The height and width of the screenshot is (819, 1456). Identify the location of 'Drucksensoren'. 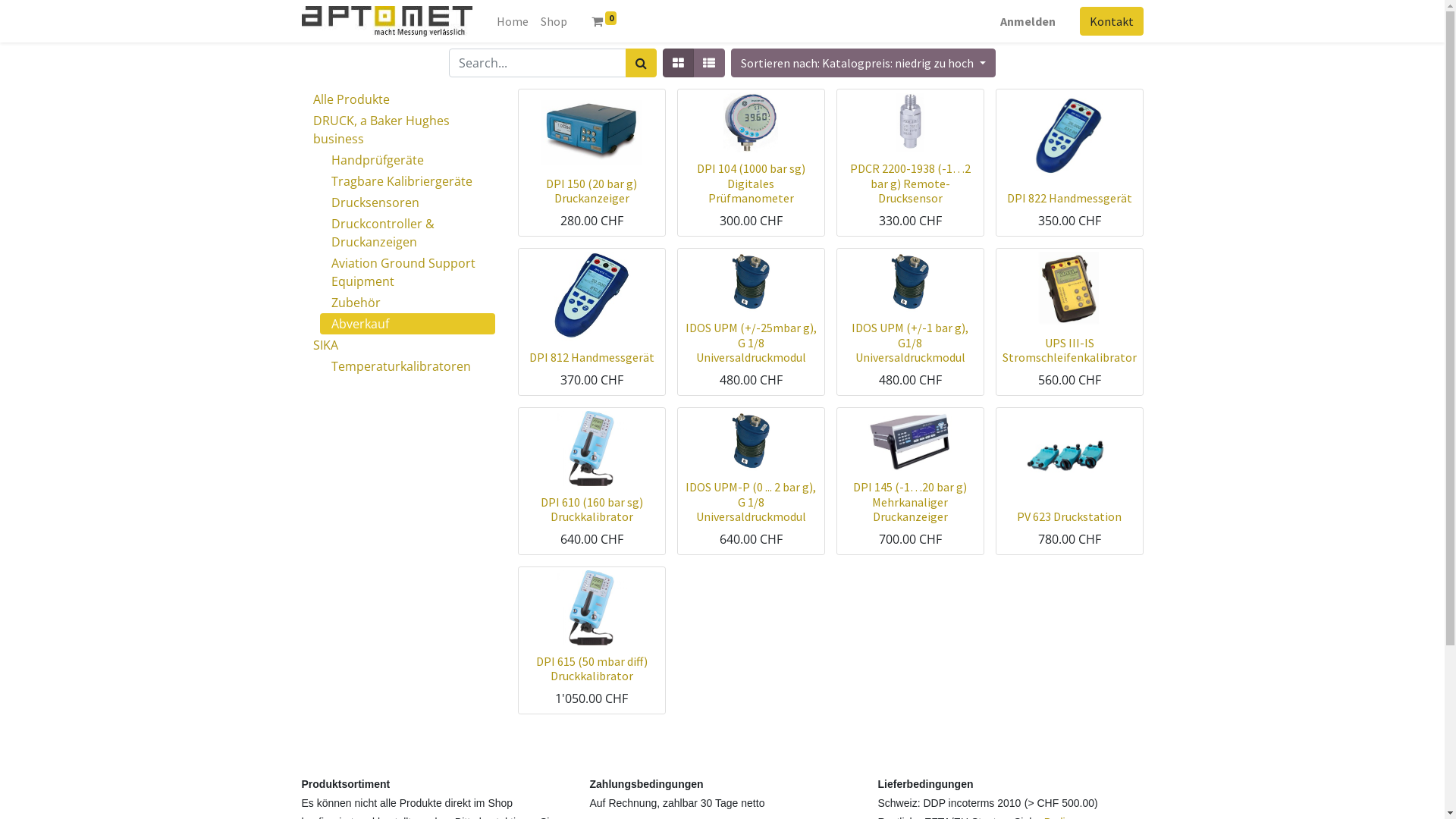
(407, 201).